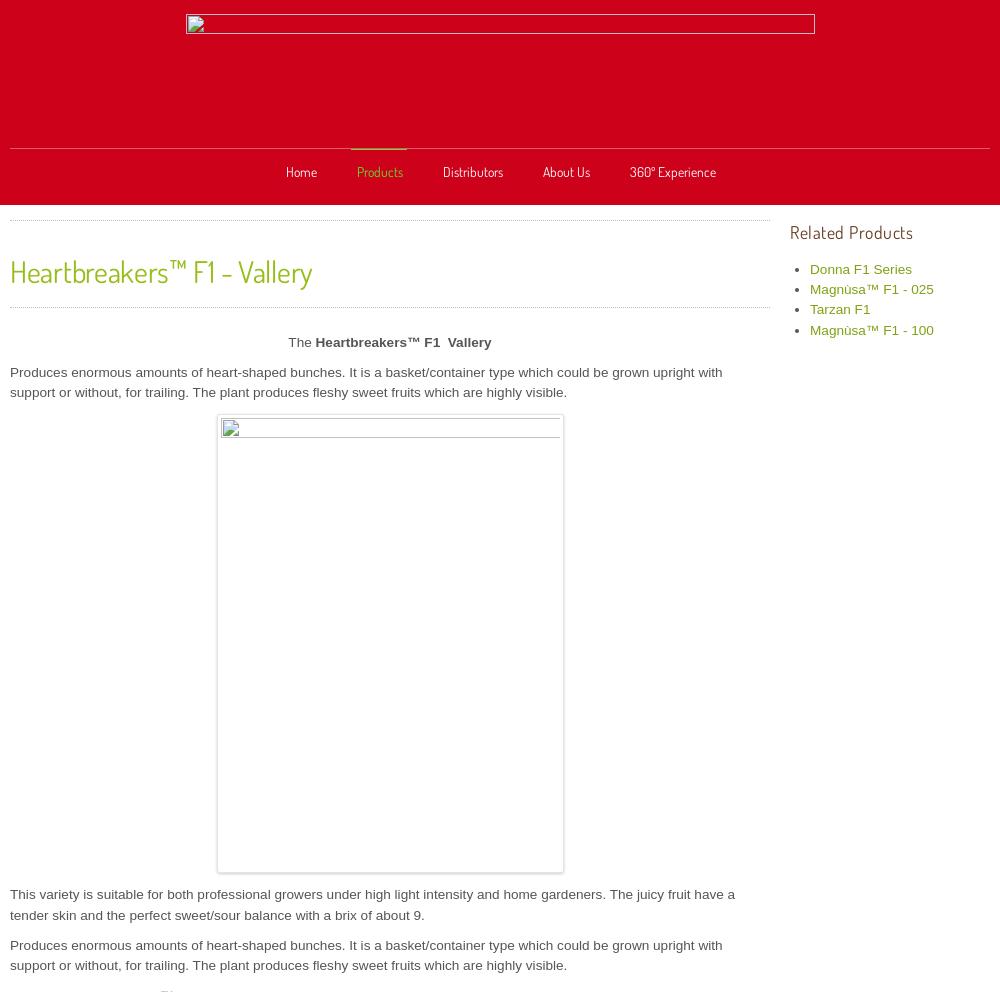 This screenshot has height=992, width=1000. Describe the element at coordinates (810, 309) in the screenshot. I see `'Tarzan F1'` at that location.